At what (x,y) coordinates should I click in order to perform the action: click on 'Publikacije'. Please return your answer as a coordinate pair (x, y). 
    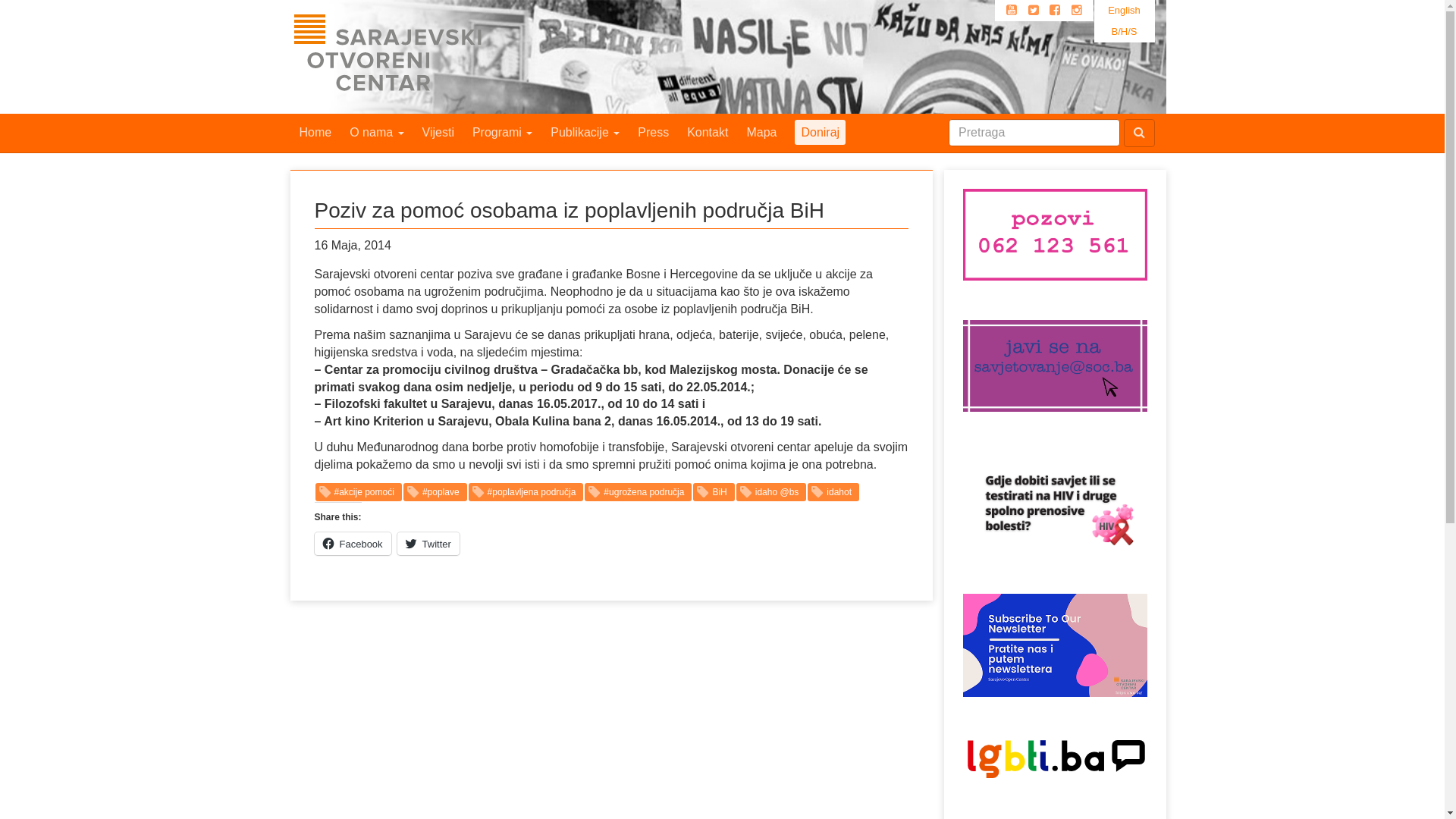
    Looking at the image, I should click on (541, 131).